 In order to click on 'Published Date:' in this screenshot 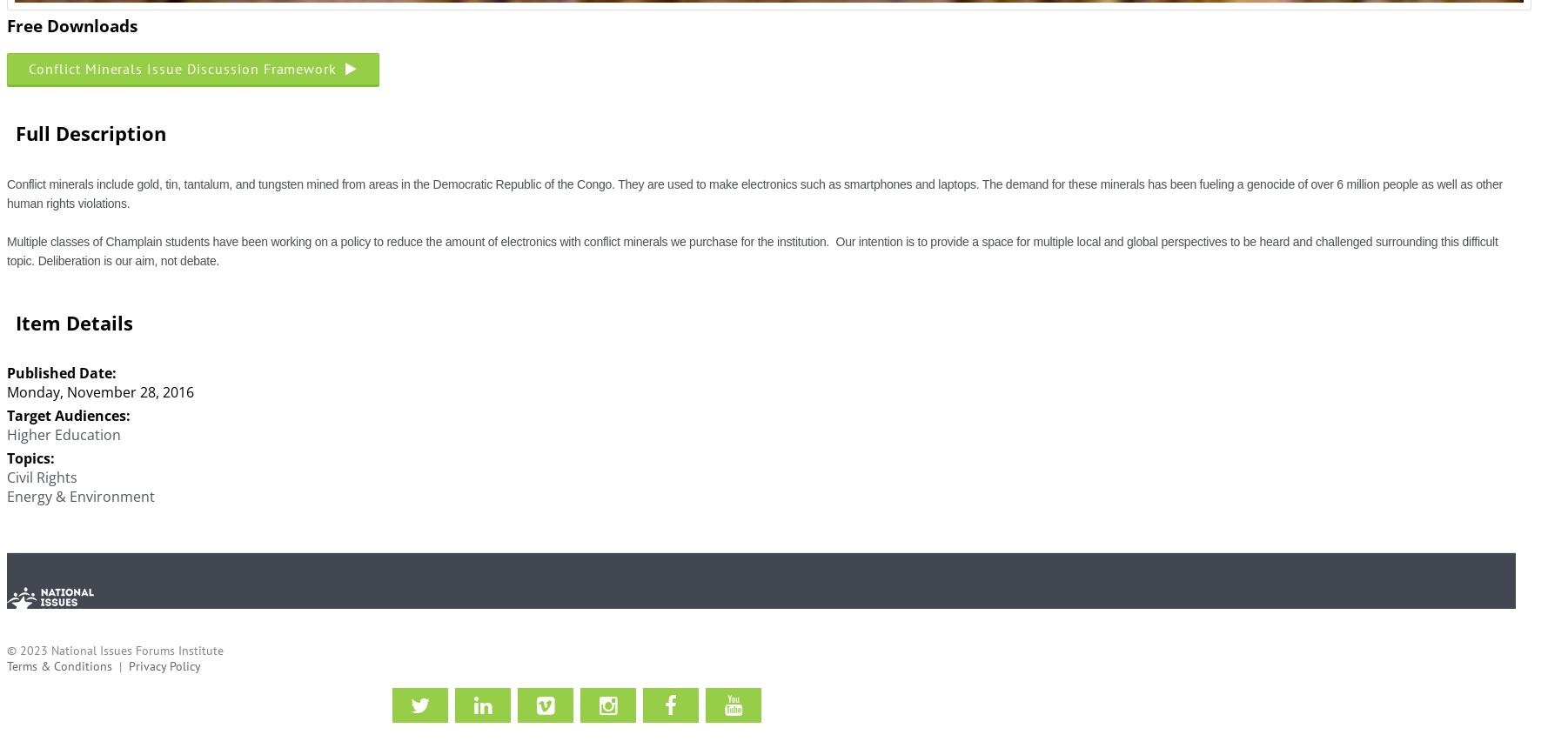, I will do `click(62, 371)`.